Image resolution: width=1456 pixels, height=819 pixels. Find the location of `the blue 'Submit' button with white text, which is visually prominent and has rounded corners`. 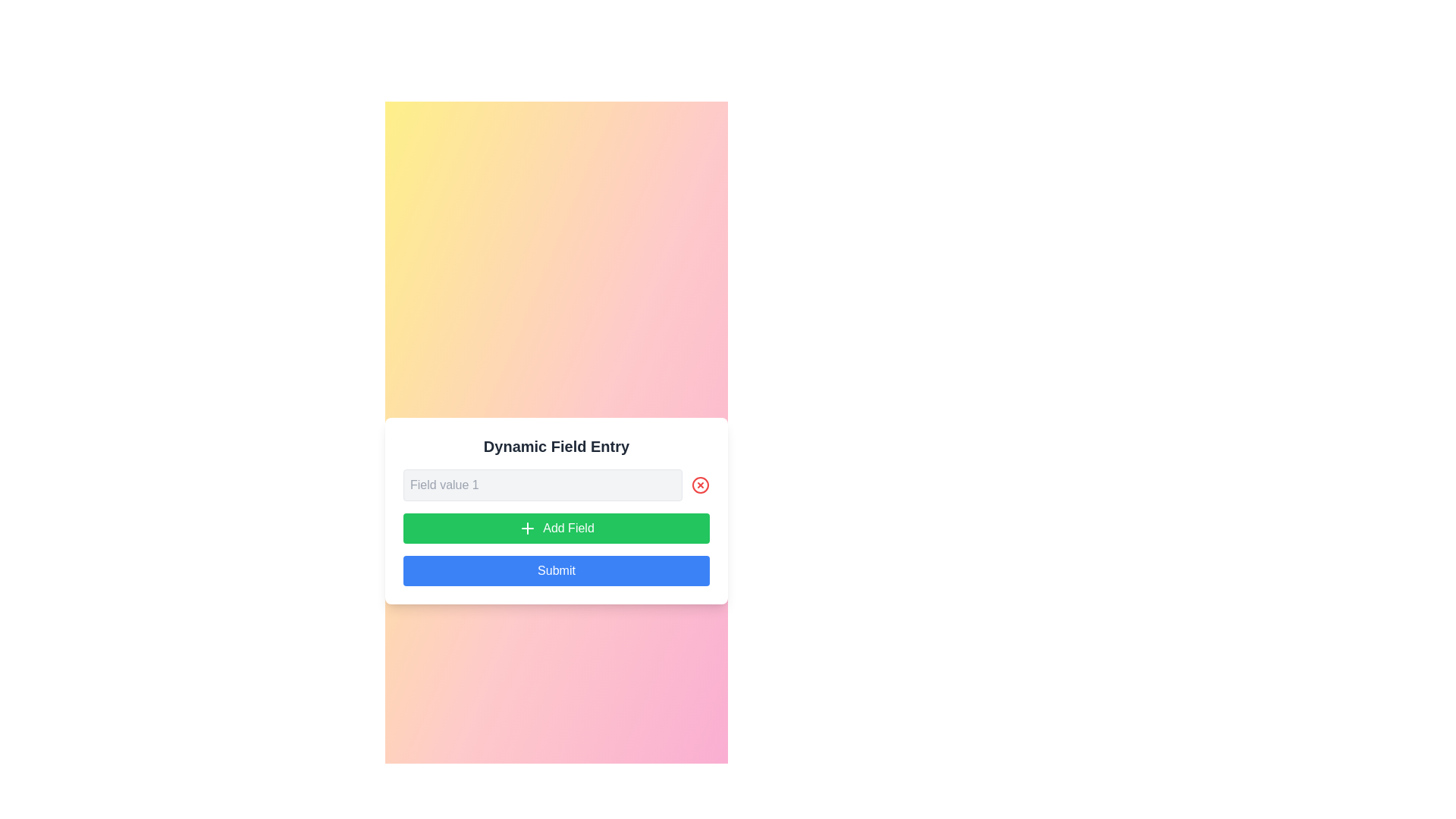

the blue 'Submit' button with white text, which is visually prominent and has rounded corners is located at coordinates (556, 570).